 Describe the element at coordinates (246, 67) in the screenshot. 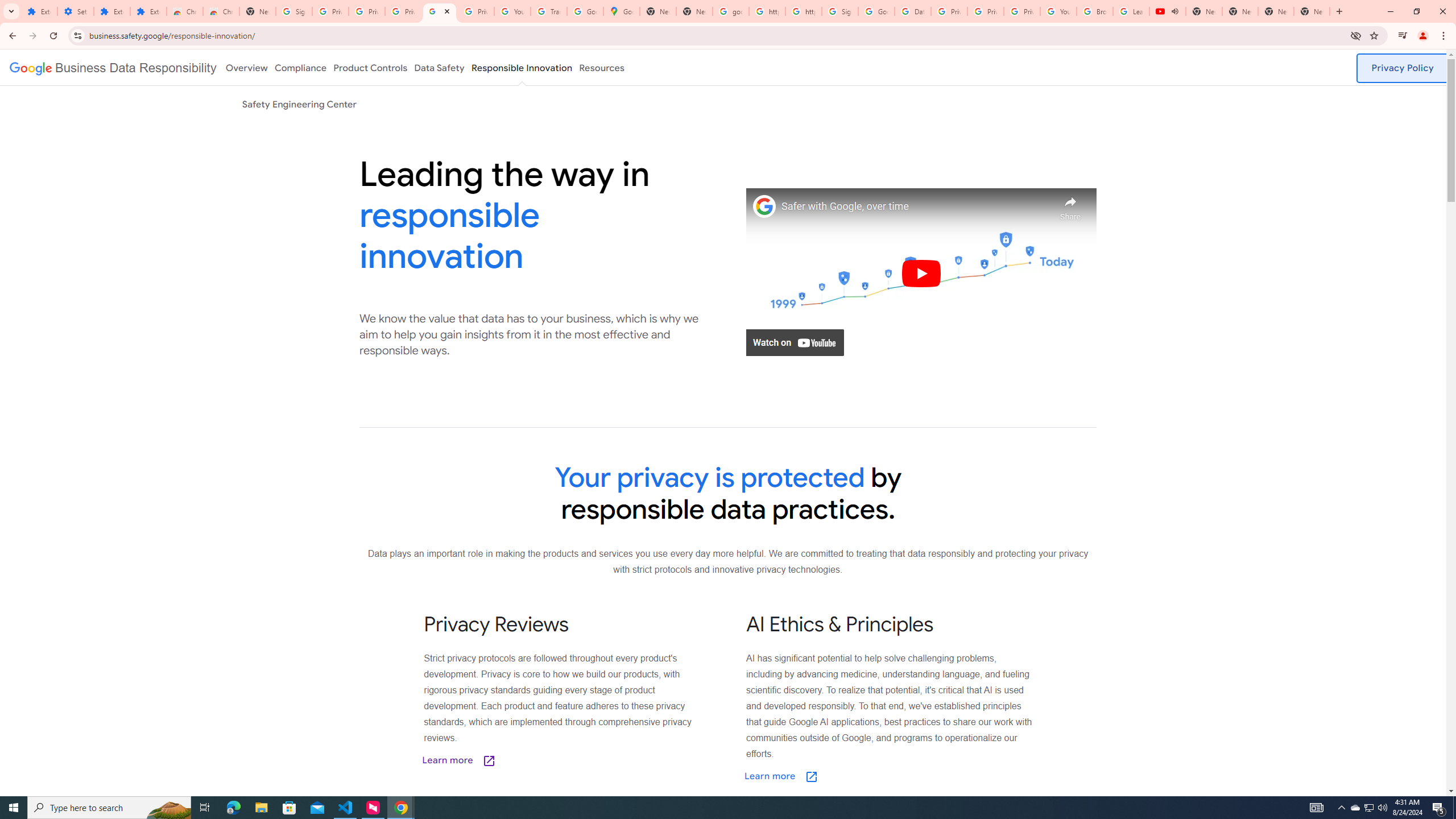

I see `'Overview'` at that location.